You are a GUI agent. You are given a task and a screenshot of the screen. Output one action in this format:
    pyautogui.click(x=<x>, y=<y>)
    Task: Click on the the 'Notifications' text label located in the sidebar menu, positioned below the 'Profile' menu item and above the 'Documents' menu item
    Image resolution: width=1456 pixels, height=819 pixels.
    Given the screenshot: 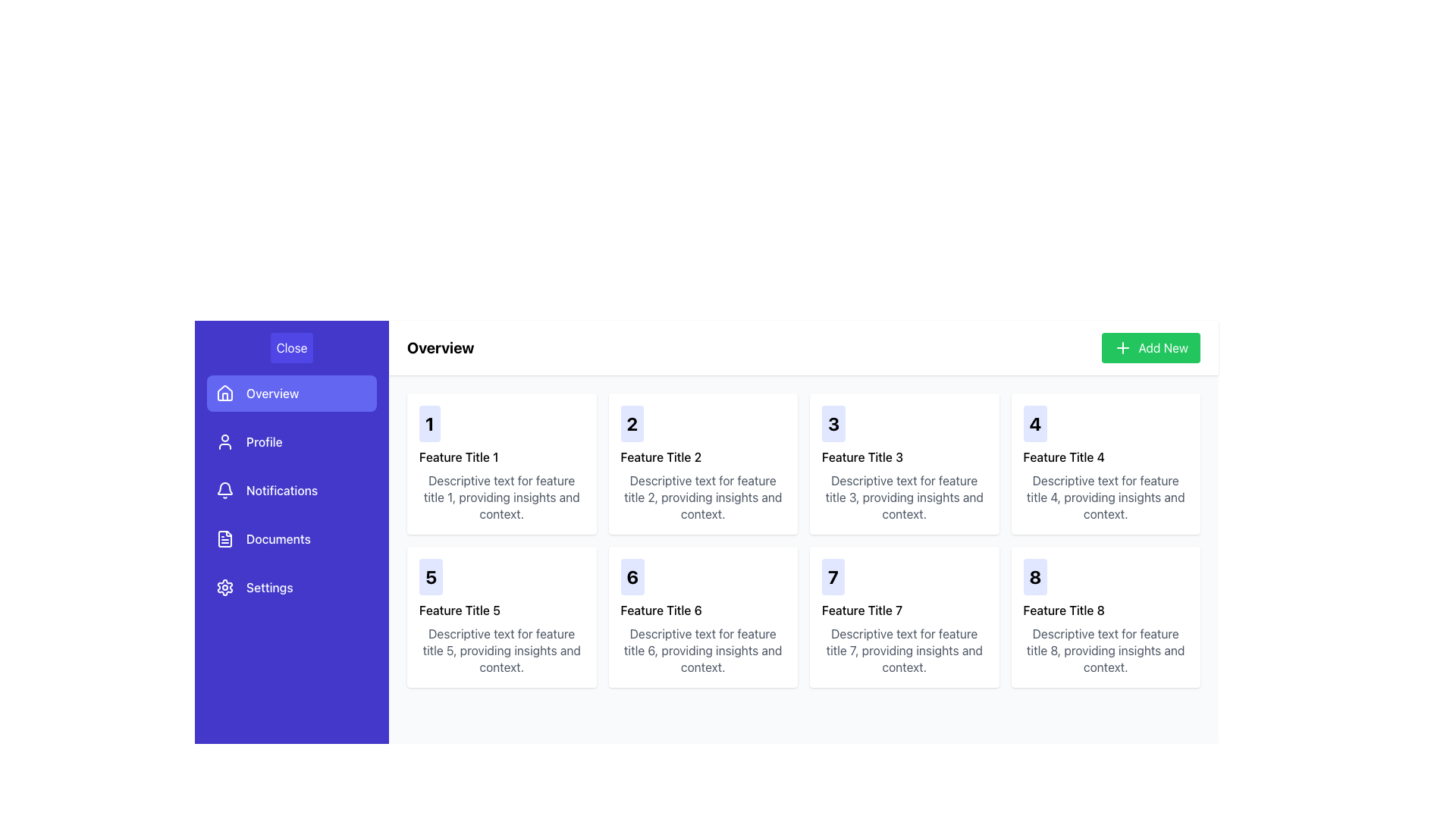 What is the action you would take?
    pyautogui.click(x=282, y=491)
    